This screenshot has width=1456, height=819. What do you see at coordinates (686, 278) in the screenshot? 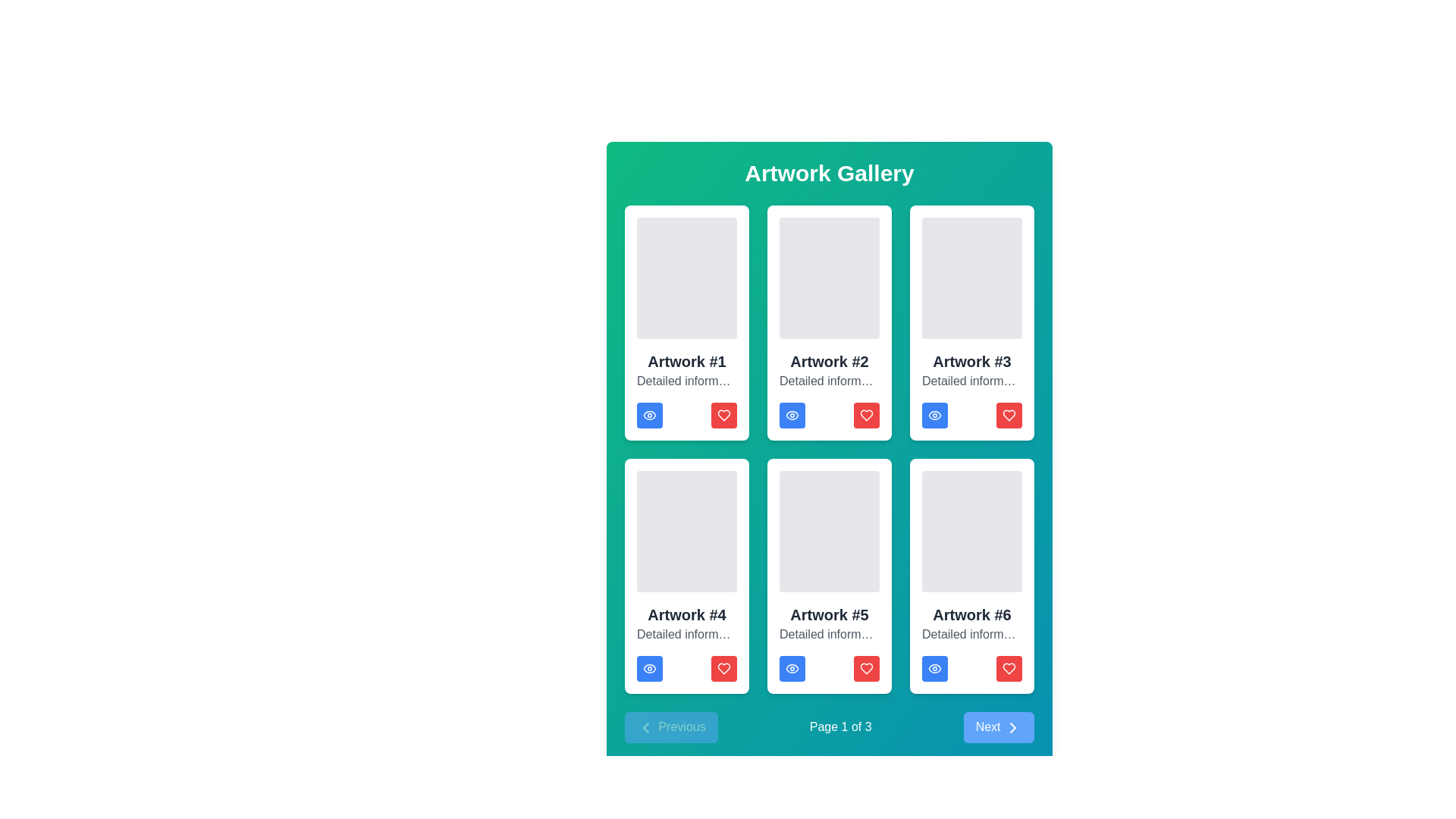
I see `the topmost rectangular placeholder area for visual content in the card titled 'Artwork #1'` at bounding box center [686, 278].